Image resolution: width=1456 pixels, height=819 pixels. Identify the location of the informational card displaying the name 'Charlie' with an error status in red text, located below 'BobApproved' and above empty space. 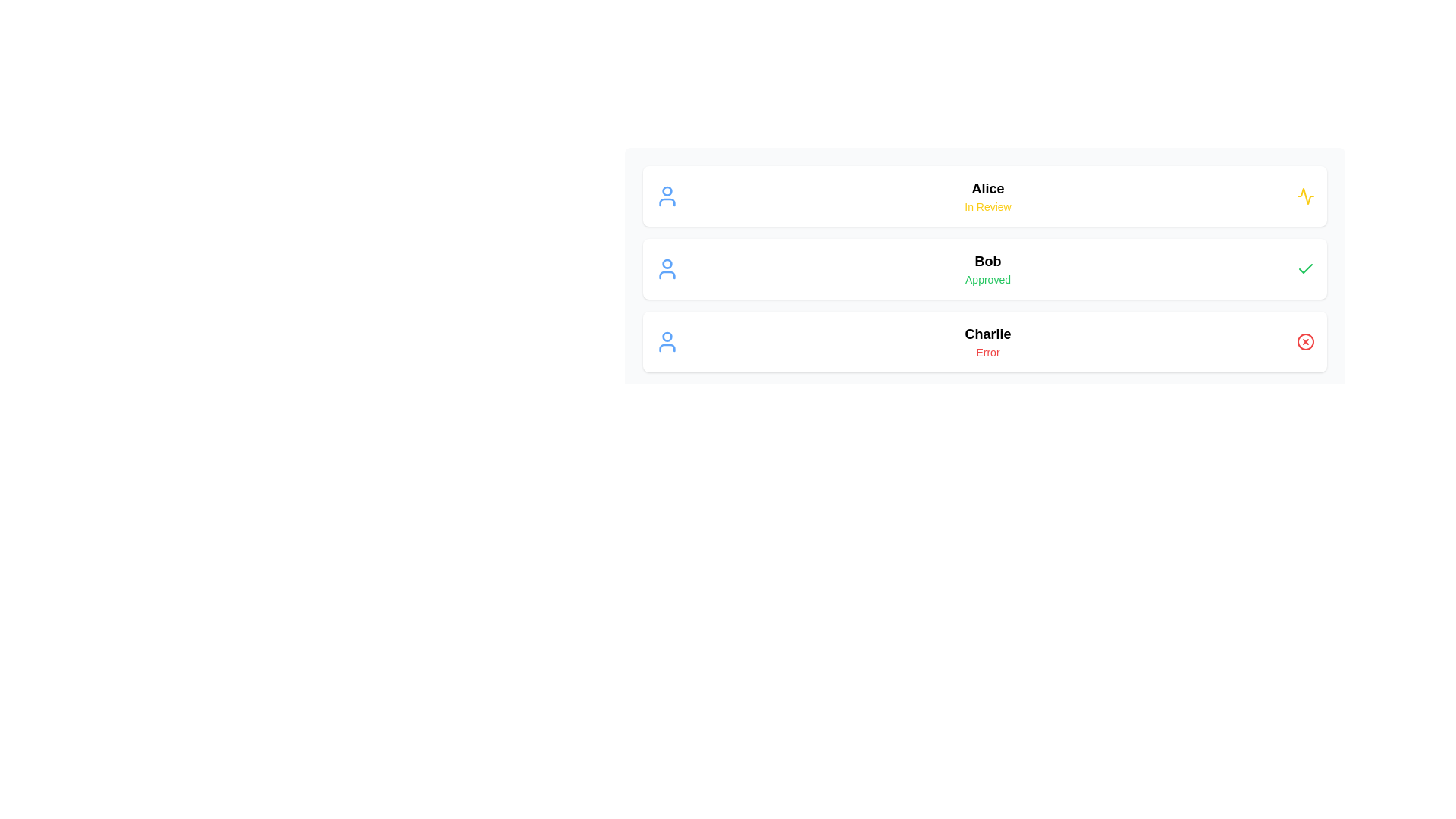
(985, 342).